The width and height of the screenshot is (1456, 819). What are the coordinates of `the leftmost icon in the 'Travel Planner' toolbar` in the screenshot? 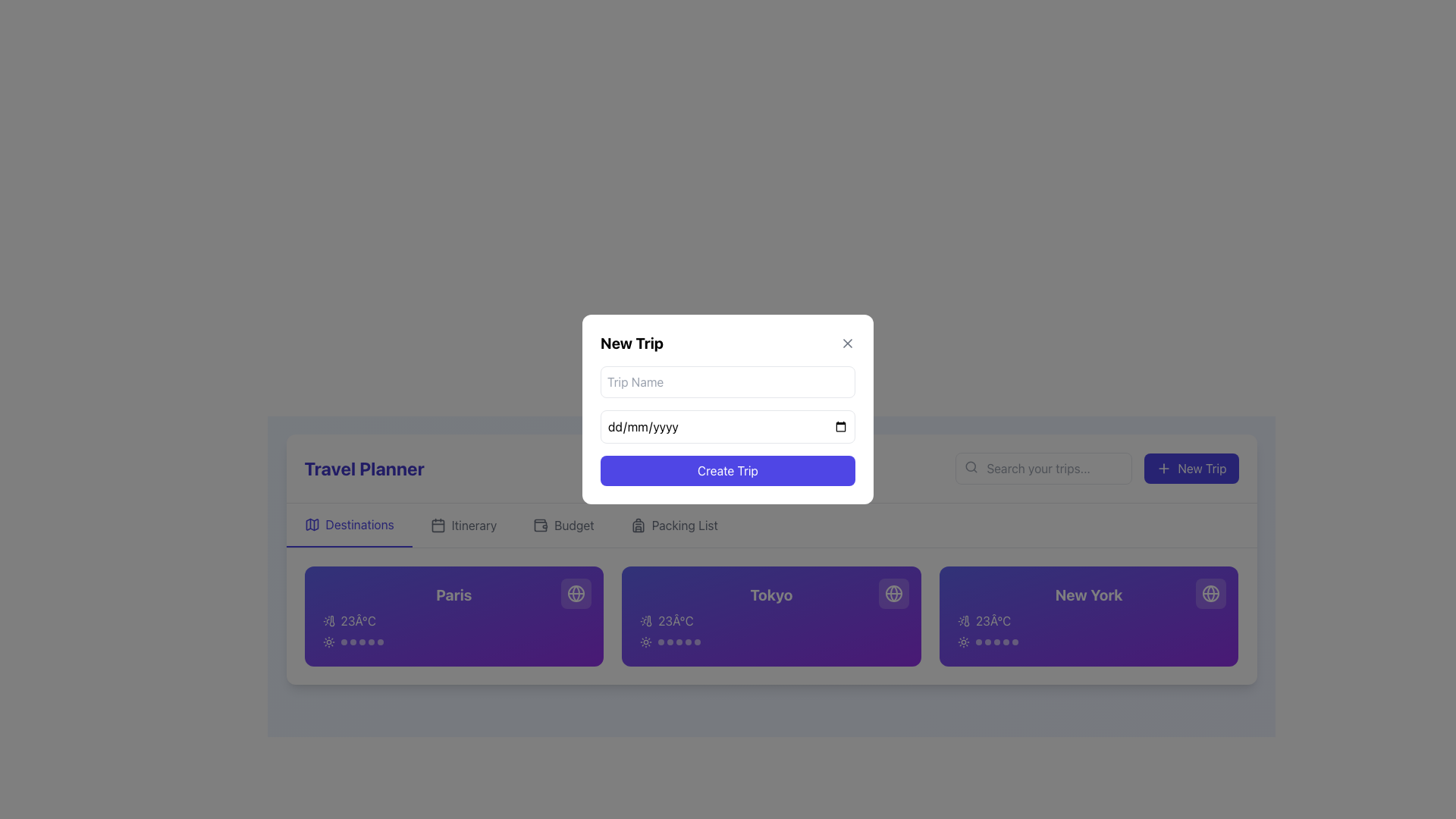 It's located at (311, 523).